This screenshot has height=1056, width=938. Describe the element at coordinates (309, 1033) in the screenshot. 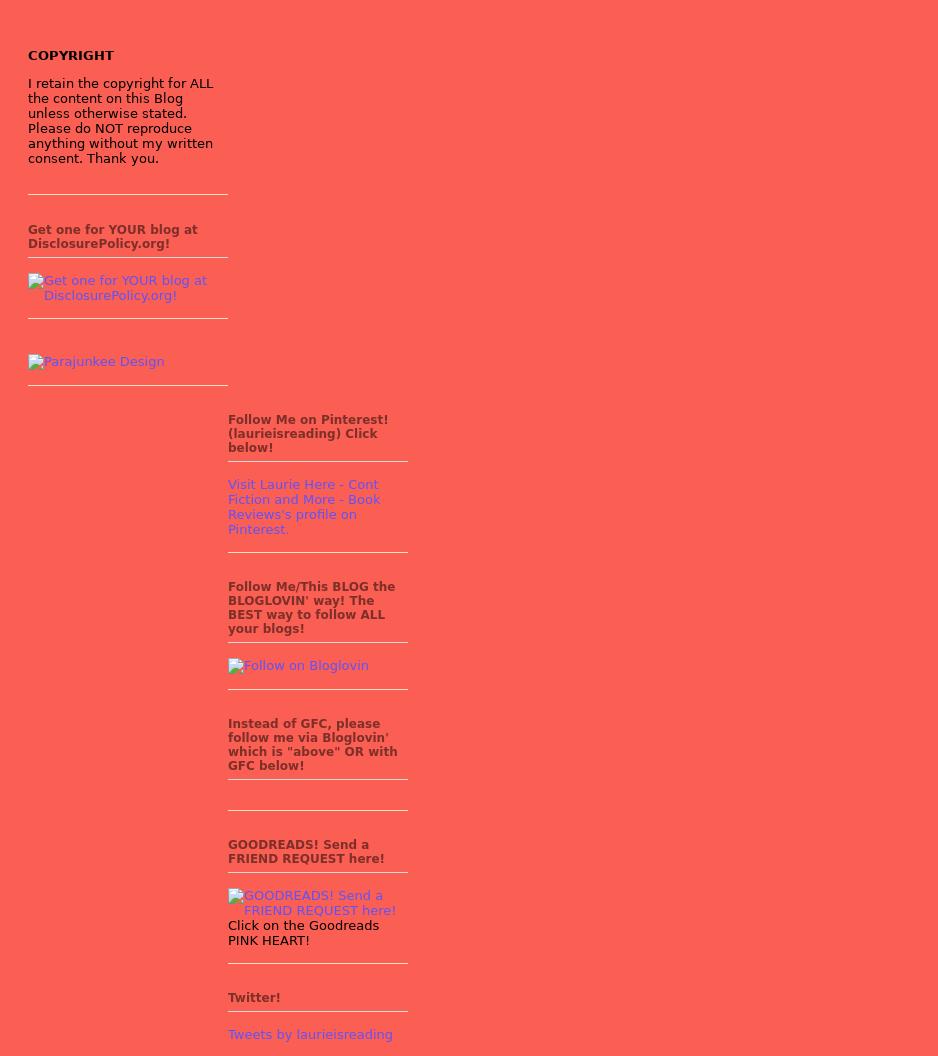

I see `'Tweets by laurieisreading'` at that location.